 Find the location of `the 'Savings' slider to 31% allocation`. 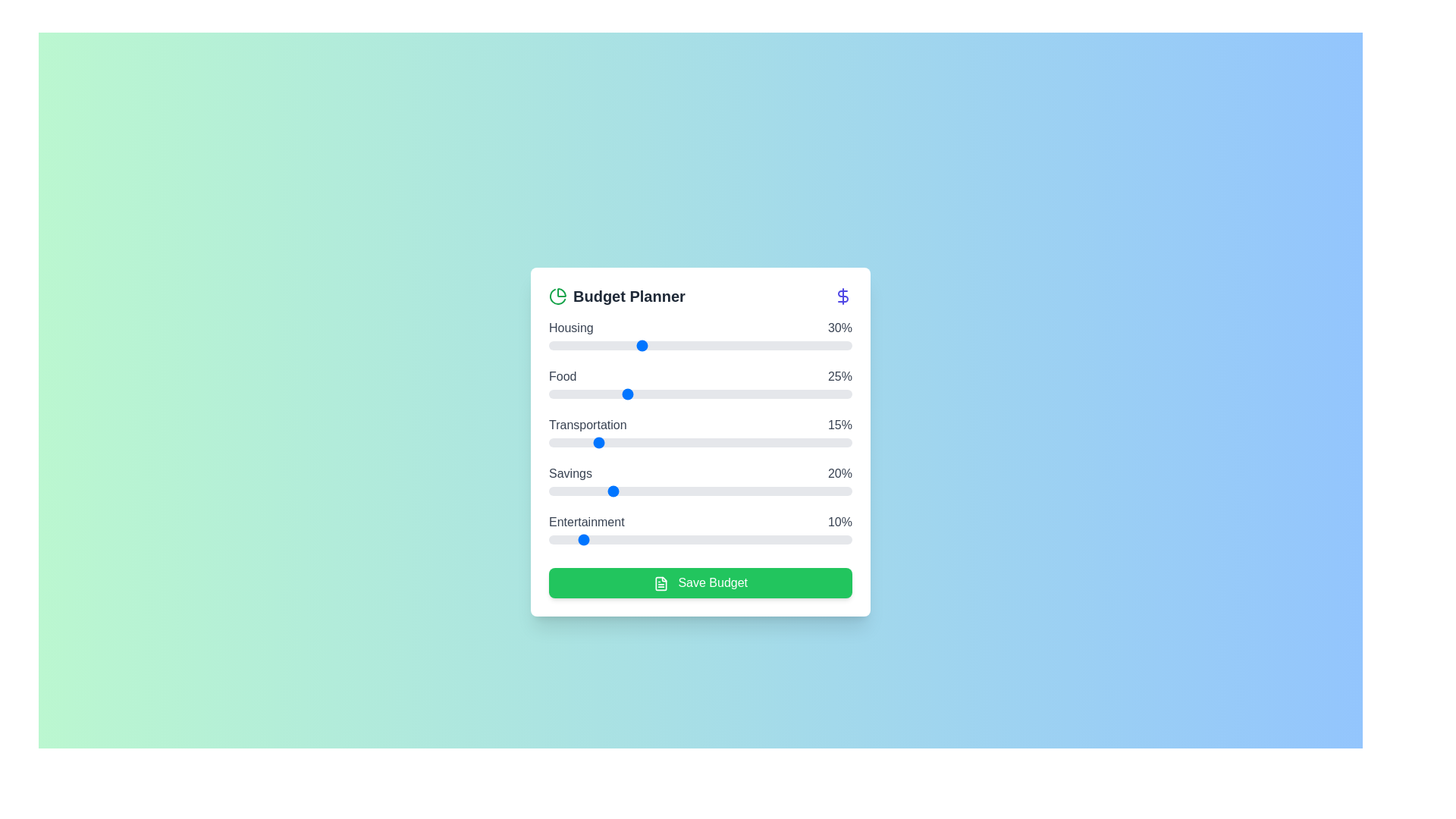

the 'Savings' slider to 31% allocation is located at coordinates (643, 491).